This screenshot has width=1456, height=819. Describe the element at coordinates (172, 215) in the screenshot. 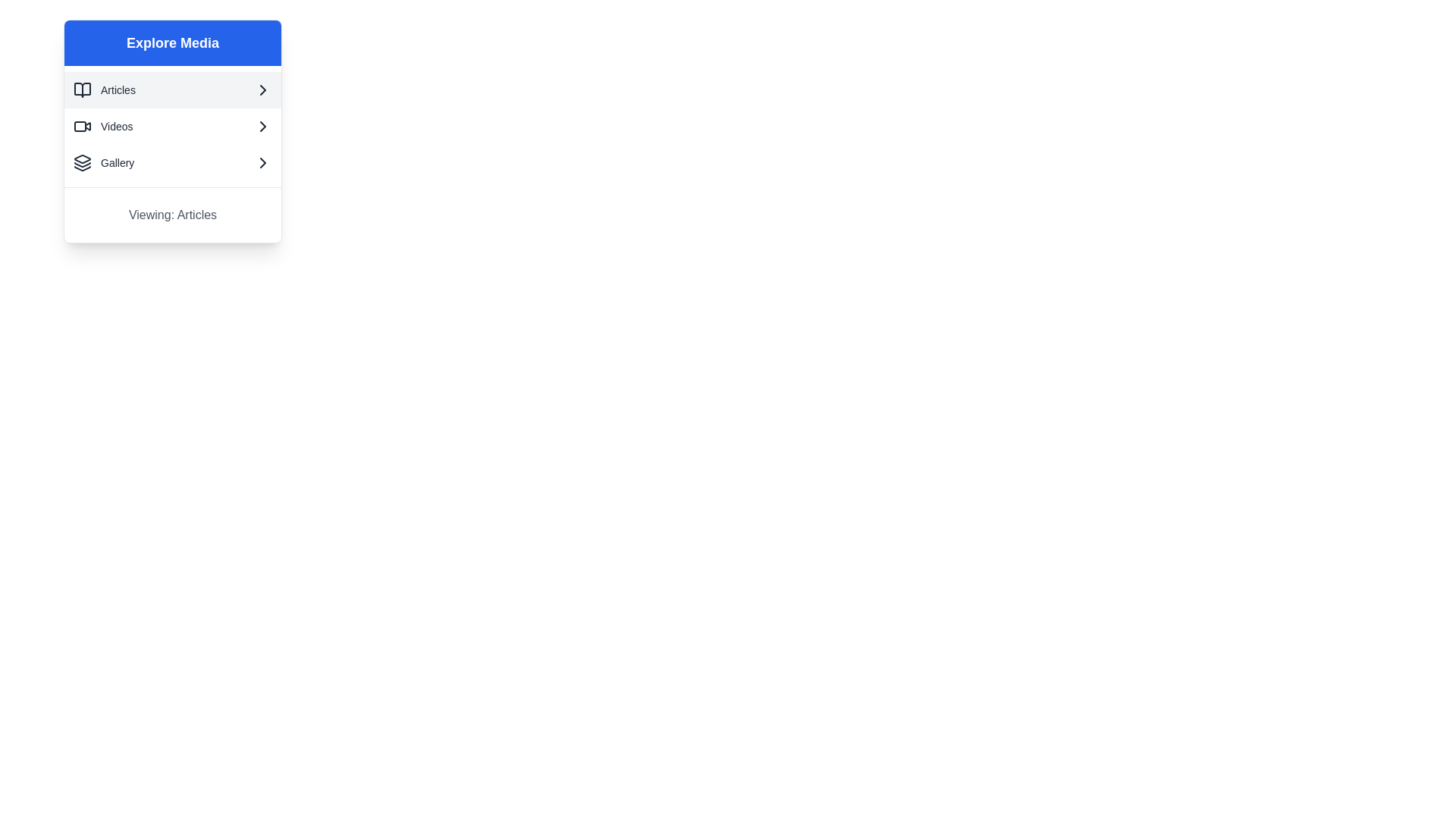

I see `the 'Currently Viewing Articles' text label located at the bottom of the vertical list in the 'Explore Media' section to possibly see additional information` at that location.